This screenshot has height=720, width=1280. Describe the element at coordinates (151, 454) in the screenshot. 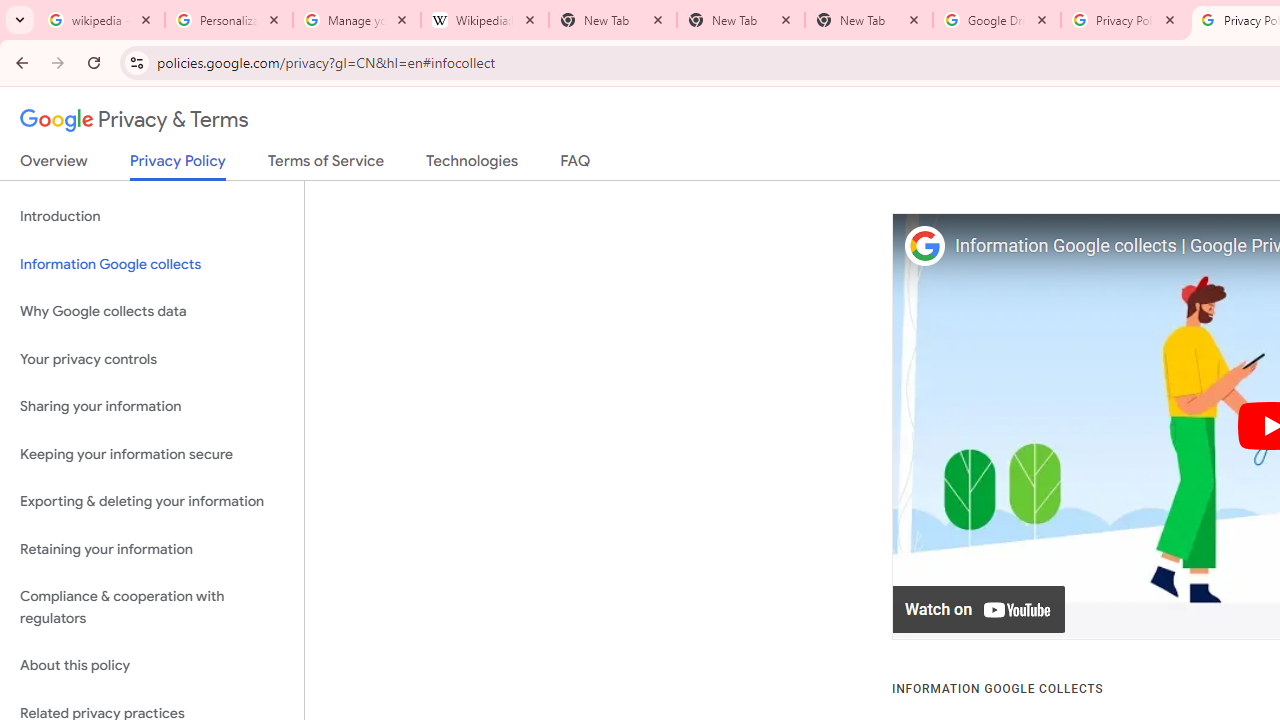

I see `'Keeping your information secure'` at that location.